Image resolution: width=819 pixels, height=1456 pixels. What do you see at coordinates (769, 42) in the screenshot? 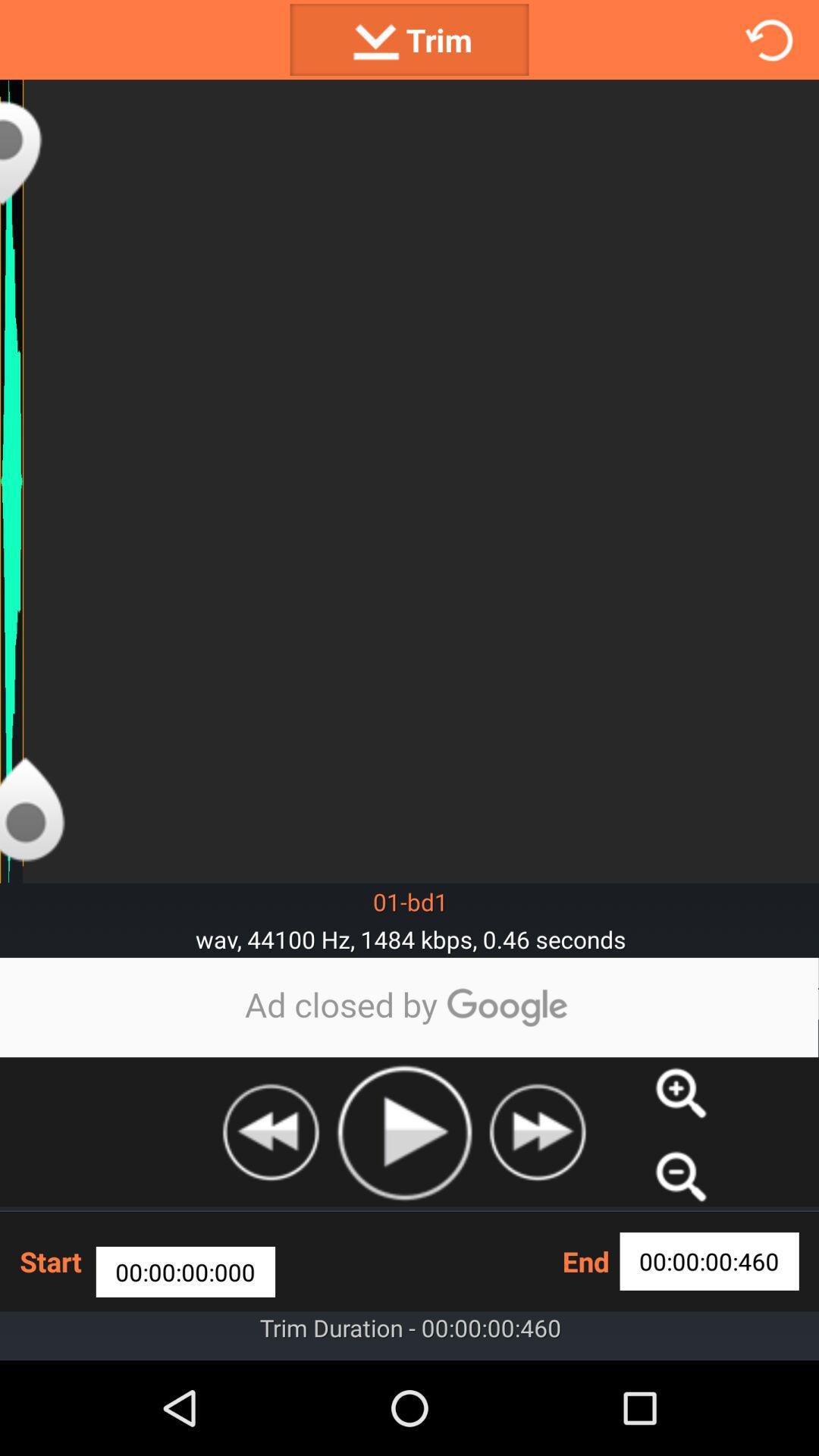
I see `the refresh icon` at bounding box center [769, 42].